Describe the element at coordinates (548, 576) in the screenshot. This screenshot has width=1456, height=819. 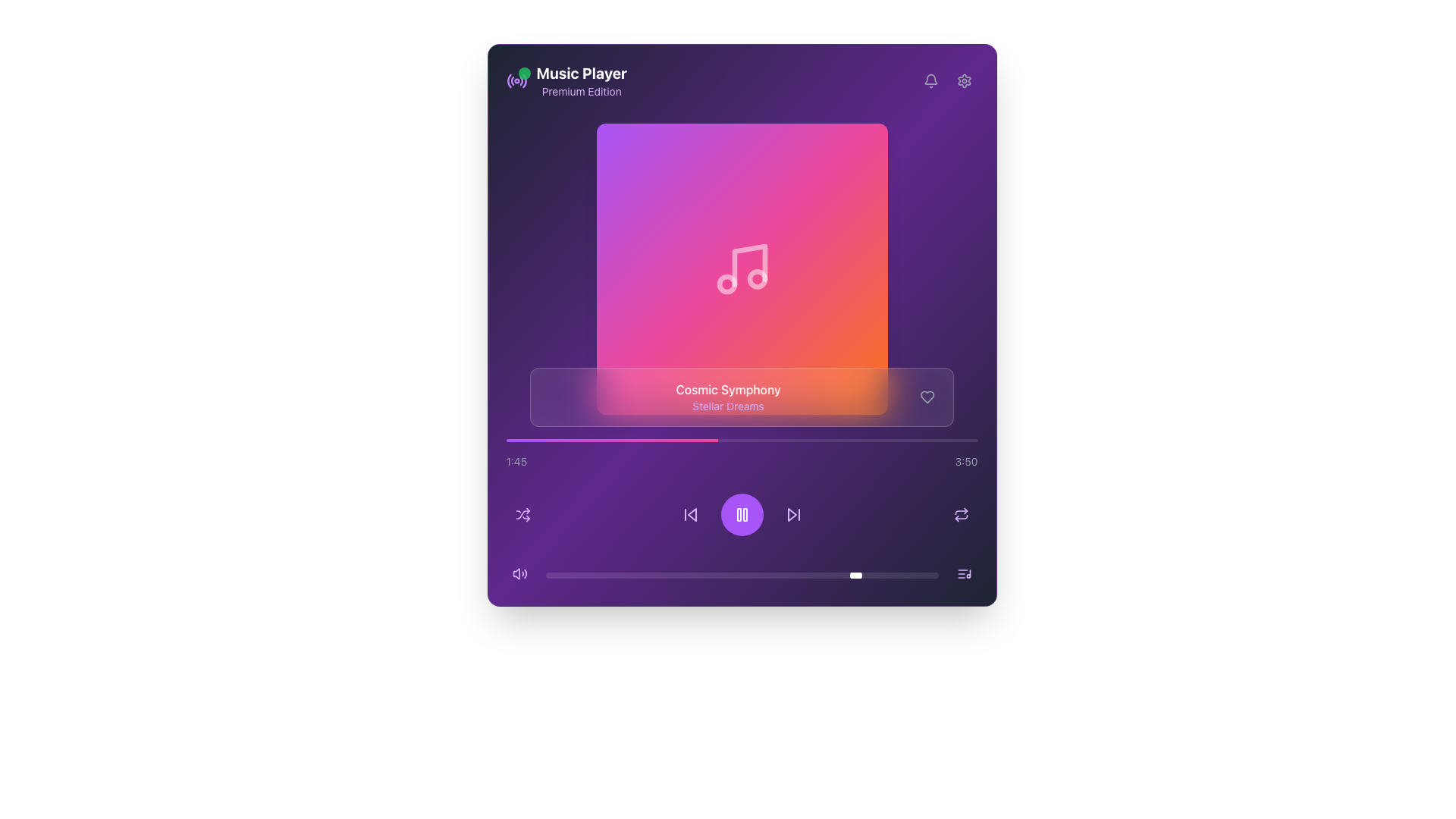
I see `volume` at that location.